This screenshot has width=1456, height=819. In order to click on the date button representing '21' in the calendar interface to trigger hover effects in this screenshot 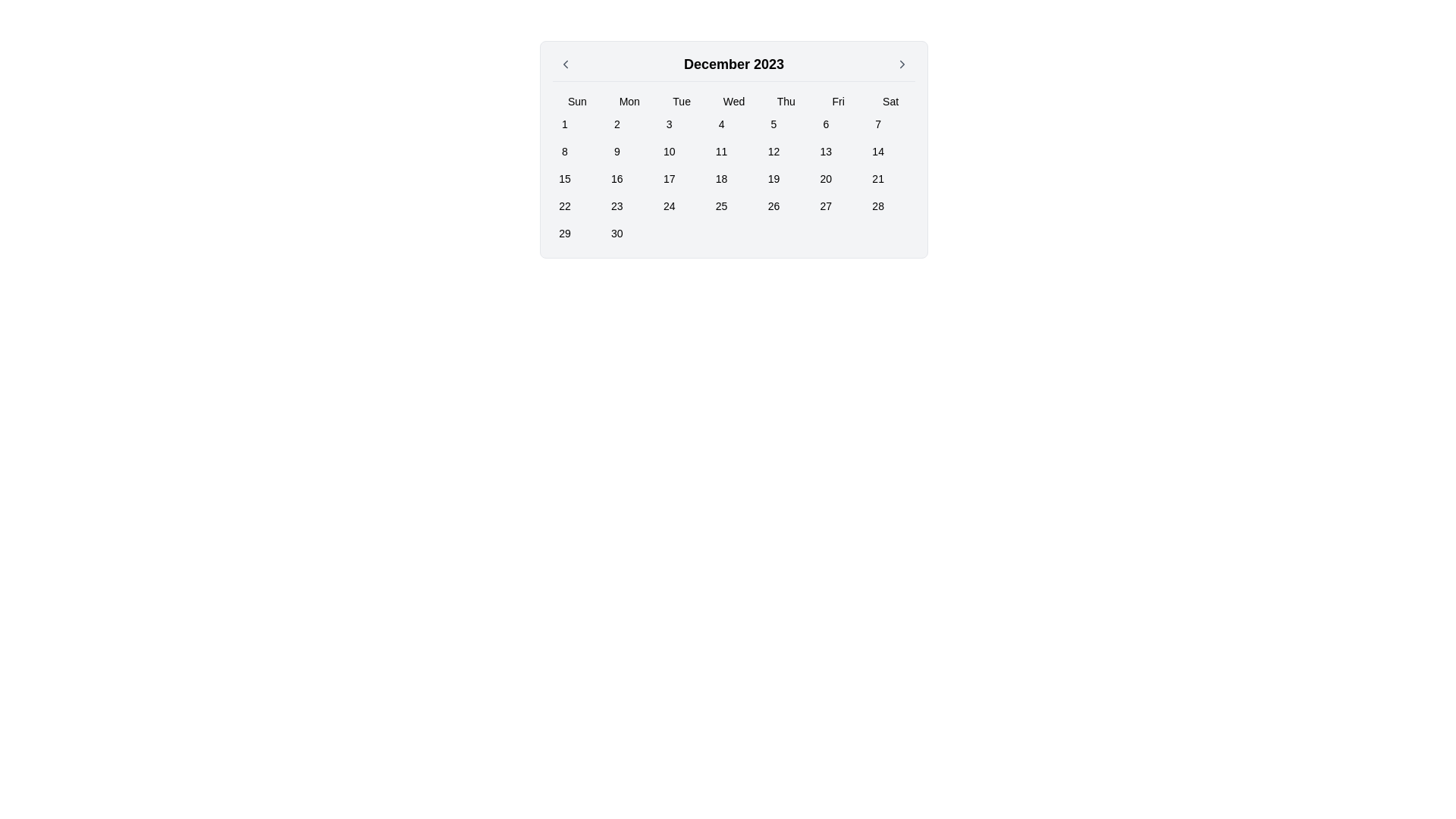, I will do `click(878, 177)`.